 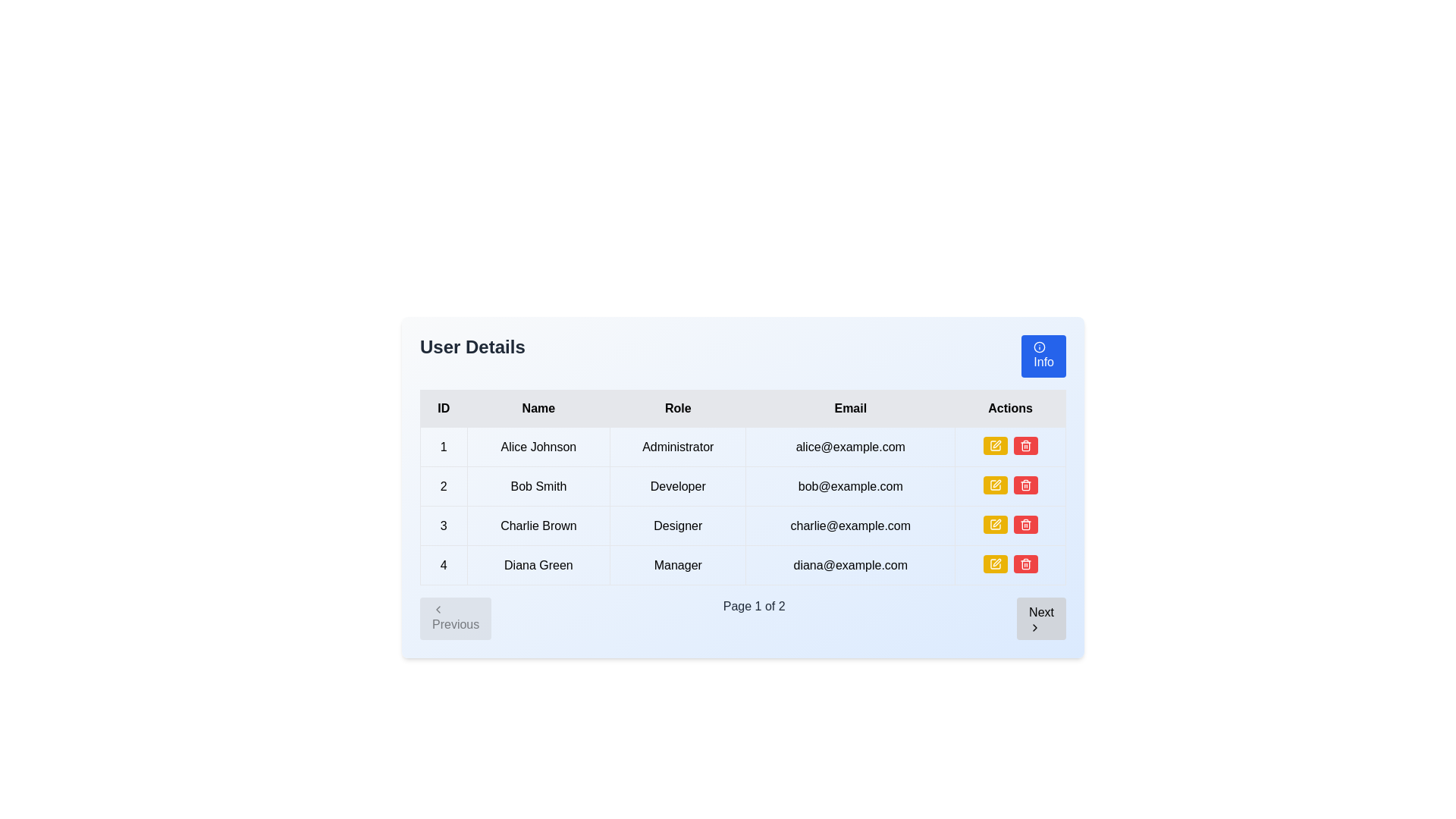 What do you see at coordinates (1025, 564) in the screenshot?
I see `the delete button located in the 'Actions' column of the fourth row of the user detail table` at bounding box center [1025, 564].